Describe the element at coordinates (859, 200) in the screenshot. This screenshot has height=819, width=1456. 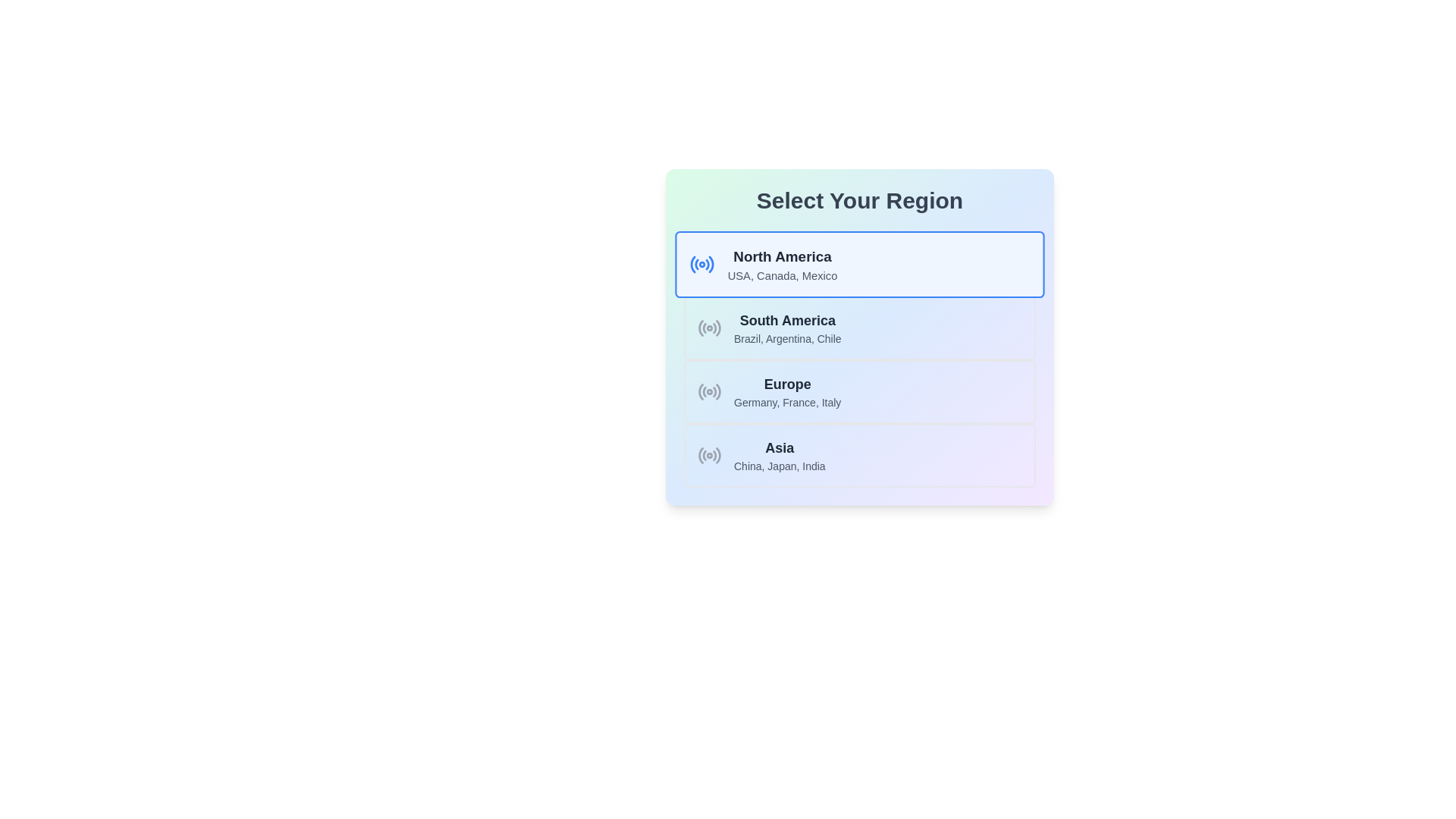
I see `the Heading element that introduces and provides context for the selectable regions below, positioned at the topmost location above 'North America' and 'South America'` at that location.